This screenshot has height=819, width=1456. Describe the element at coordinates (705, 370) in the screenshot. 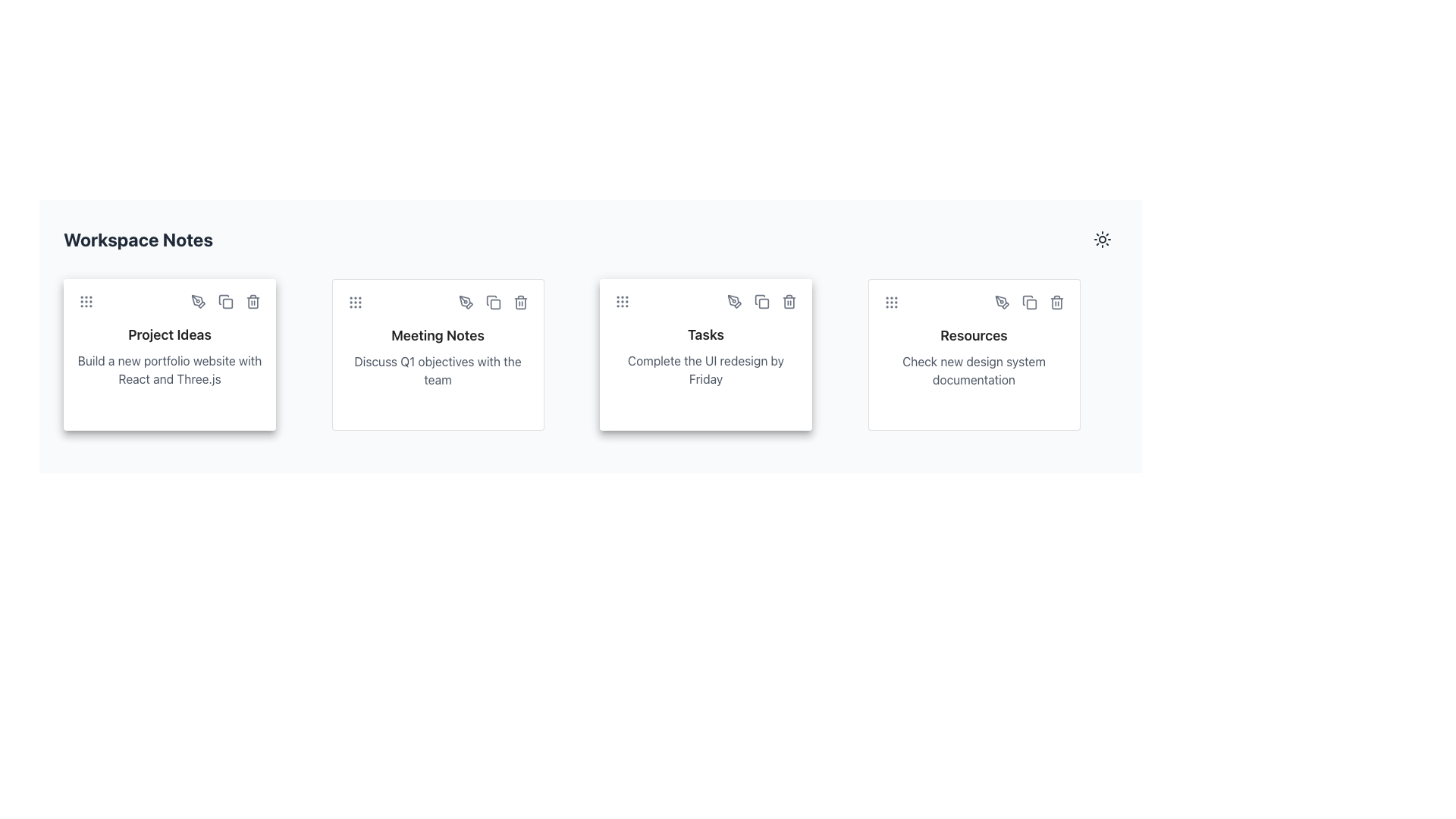

I see `the text block displaying the task description located inside the 'Tasks' card, which is the third card from the left in a row of four cards` at that location.